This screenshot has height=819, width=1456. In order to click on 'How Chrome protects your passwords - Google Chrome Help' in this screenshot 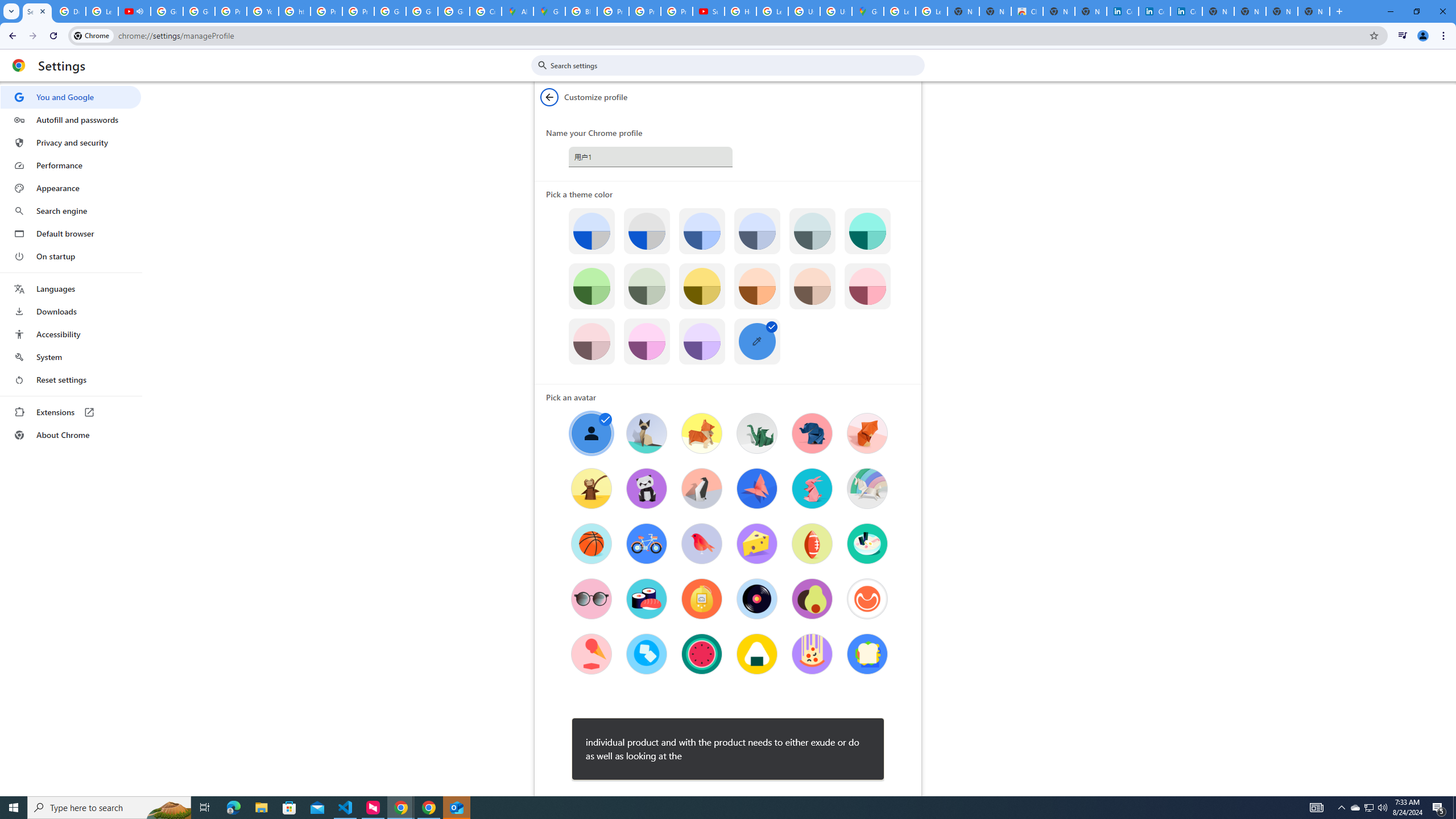, I will do `click(739, 11)`.